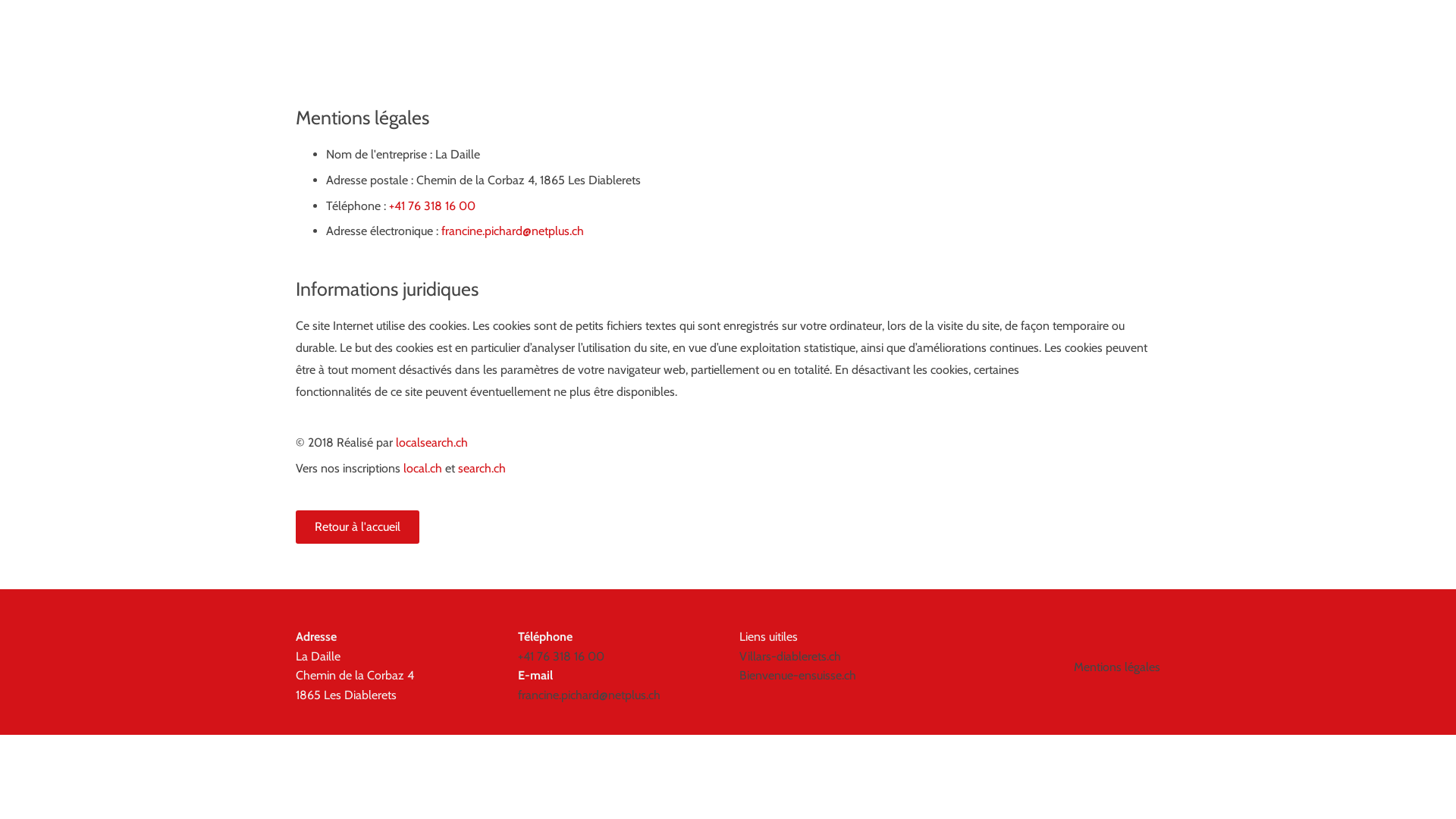 The height and width of the screenshot is (819, 1456). Describe the element at coordinates (516, 695) in the screenshot. I see `'francine.pichard@netplus.ch'` at that location.